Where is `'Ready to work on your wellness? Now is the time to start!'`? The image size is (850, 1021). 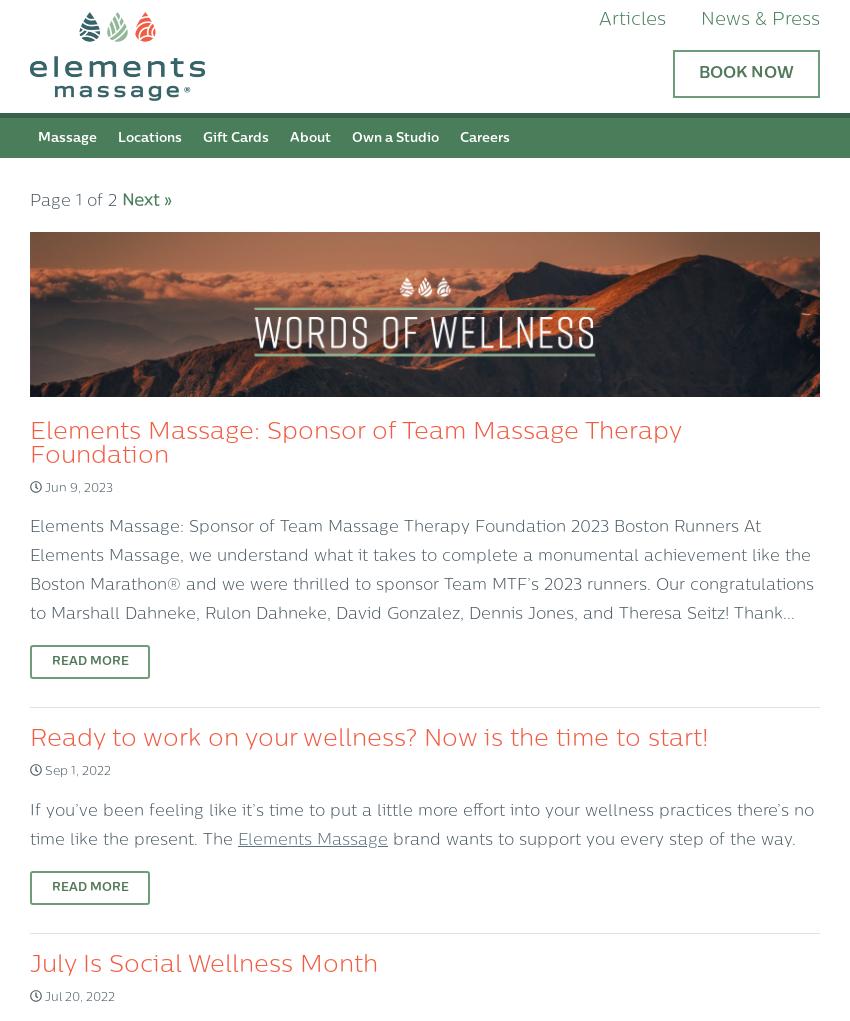 'Ready to work on your wellness? Now is the time to start!' is located at coordinates (29, 739).